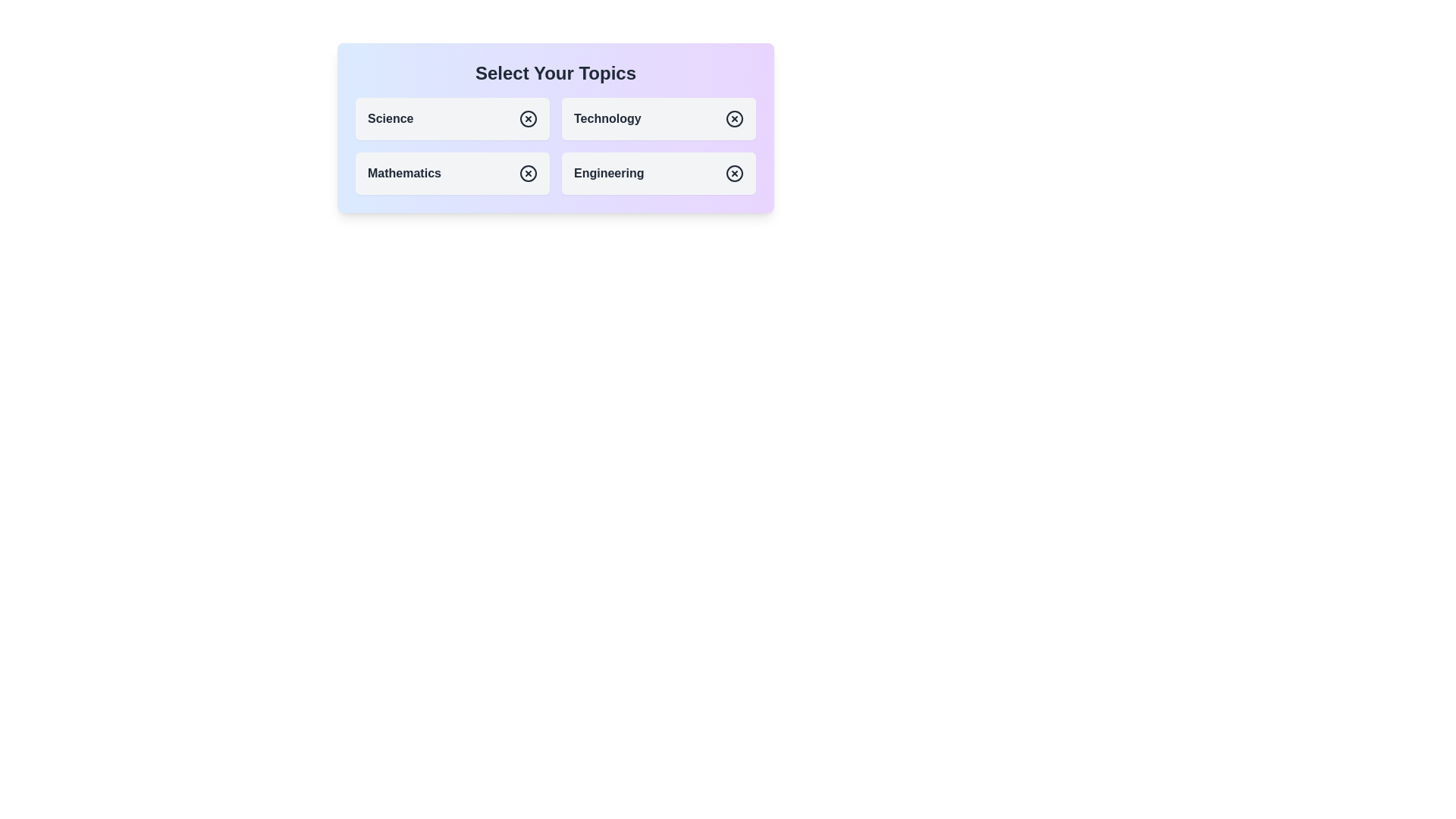 The height and width of the screenshot is (819, 1456). What do you see at coordinates (451, 172) in the screenshot?
I see `the topic Mathematics by clicking on it` at bounding box center [451, 172].